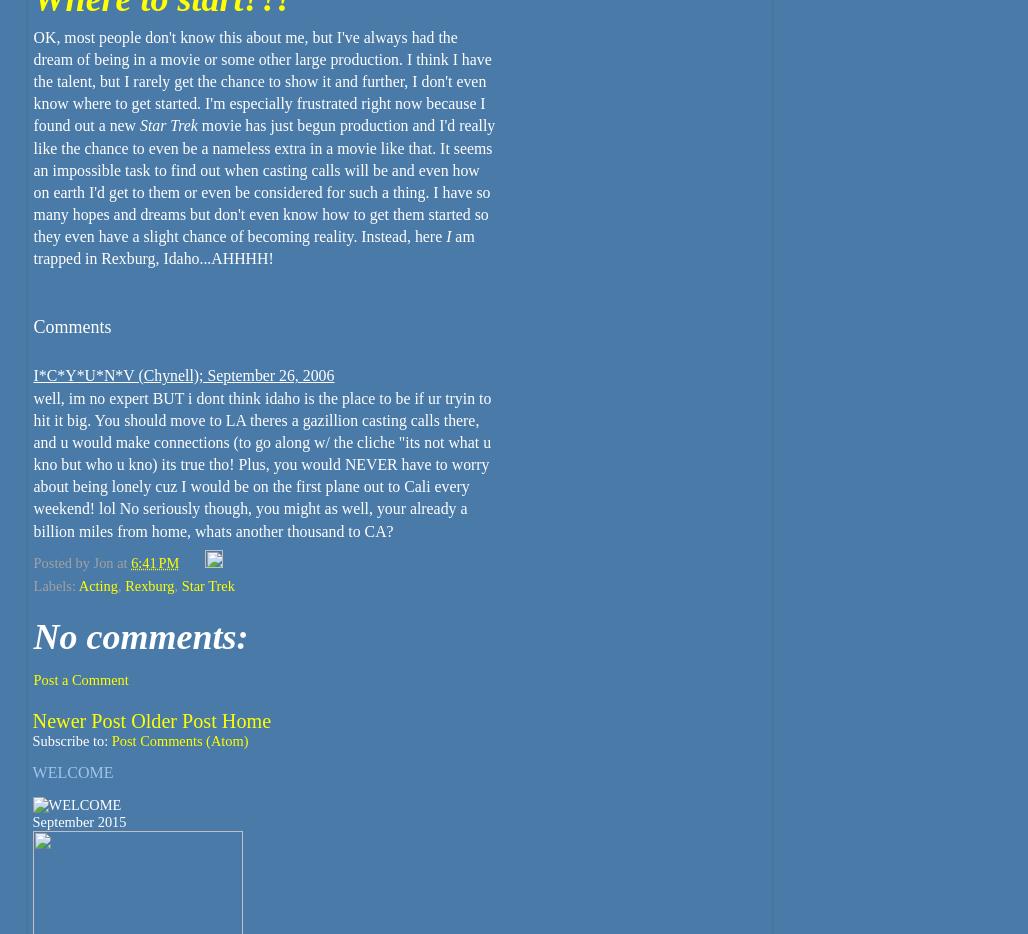 This screenshot has width=1028, height=934. Describe the element at coordinates (102, 560) in the screenshot. I see `'Jon'` at that location.